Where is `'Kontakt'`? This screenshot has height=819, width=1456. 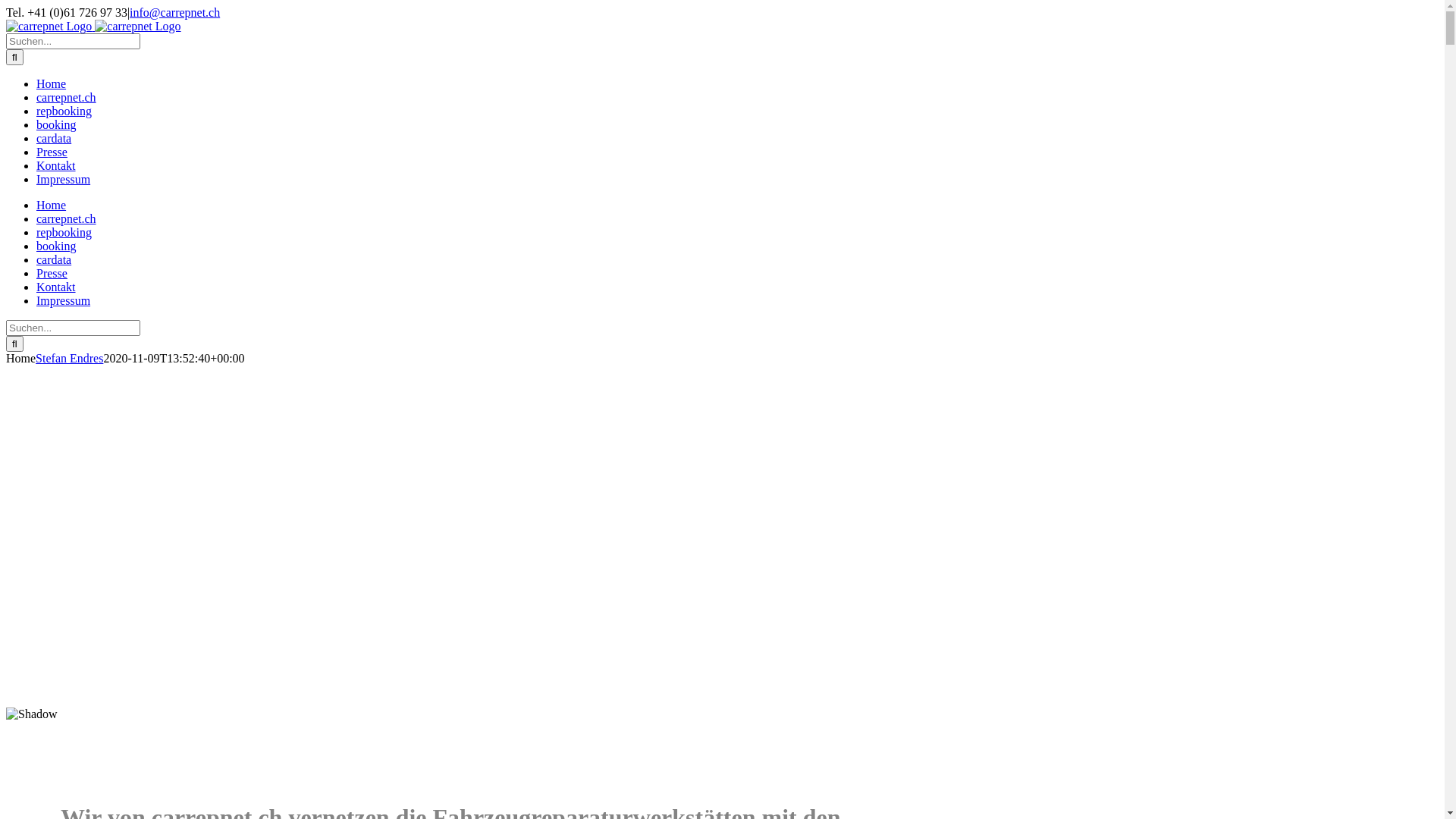
'Kontakt' is located at coordinates (55, 165).